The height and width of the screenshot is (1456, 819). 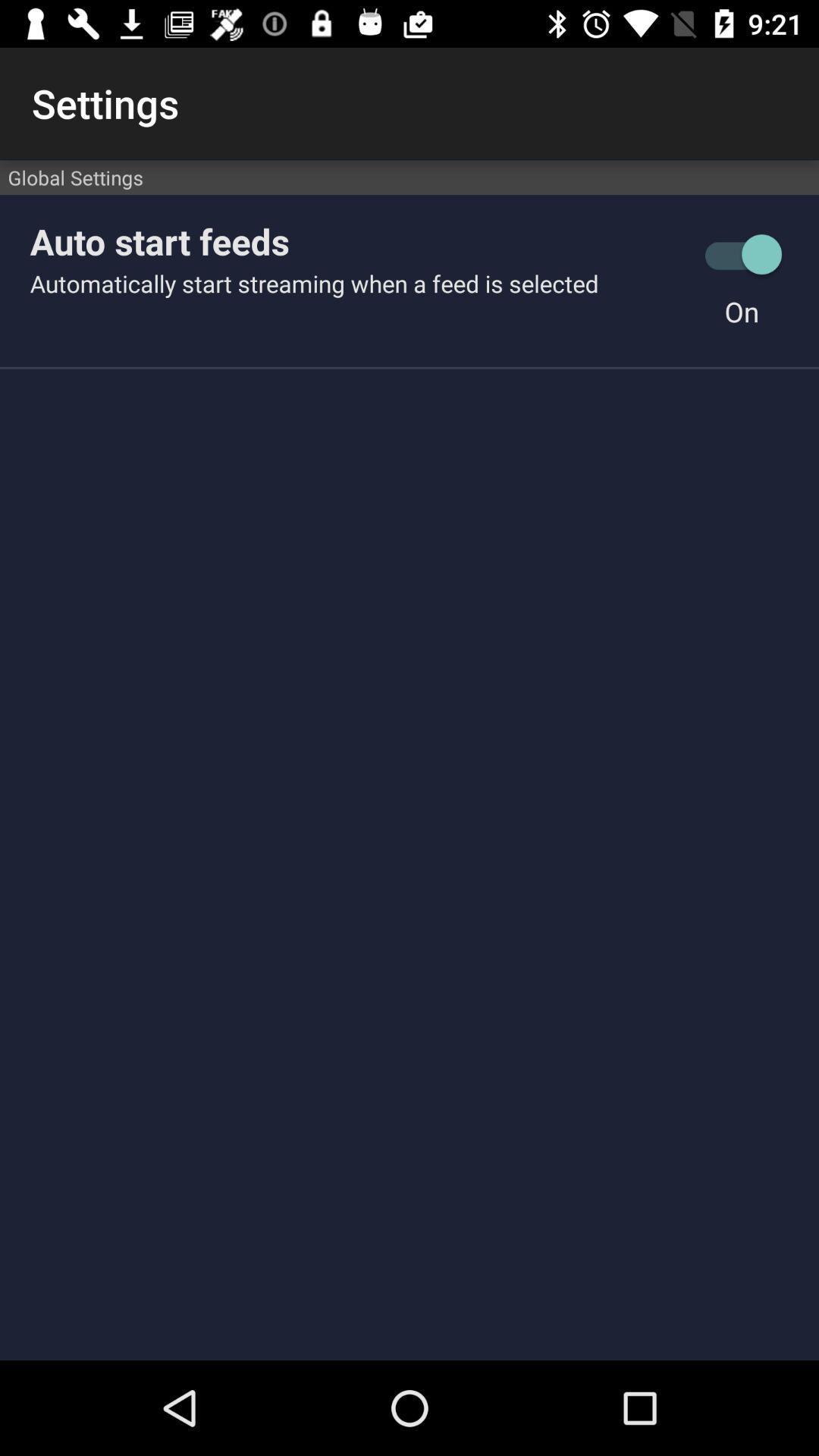 I want to click on auto start feeds icon, so click(x=357, y=240).